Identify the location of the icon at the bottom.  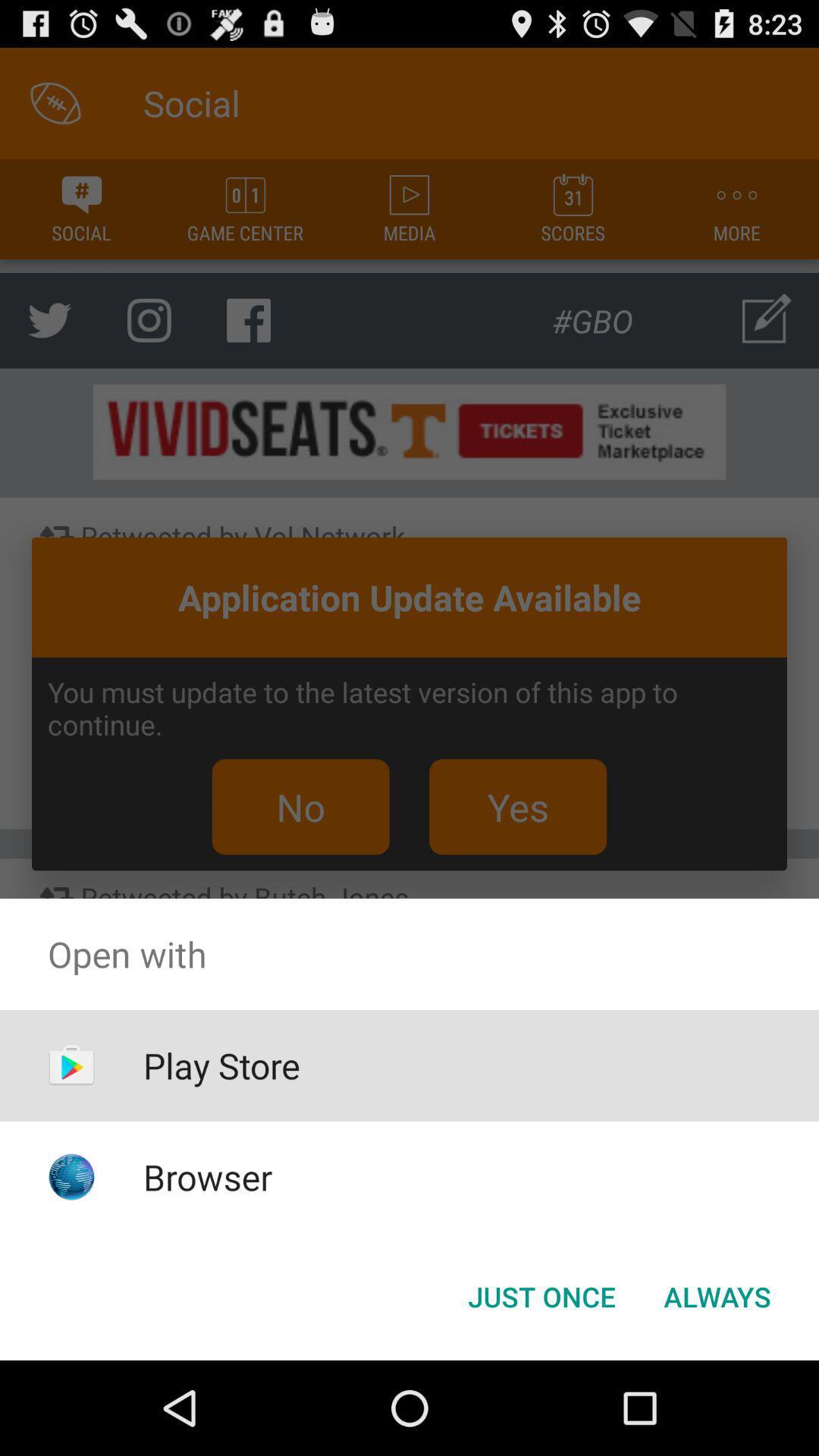
(541, 1295).